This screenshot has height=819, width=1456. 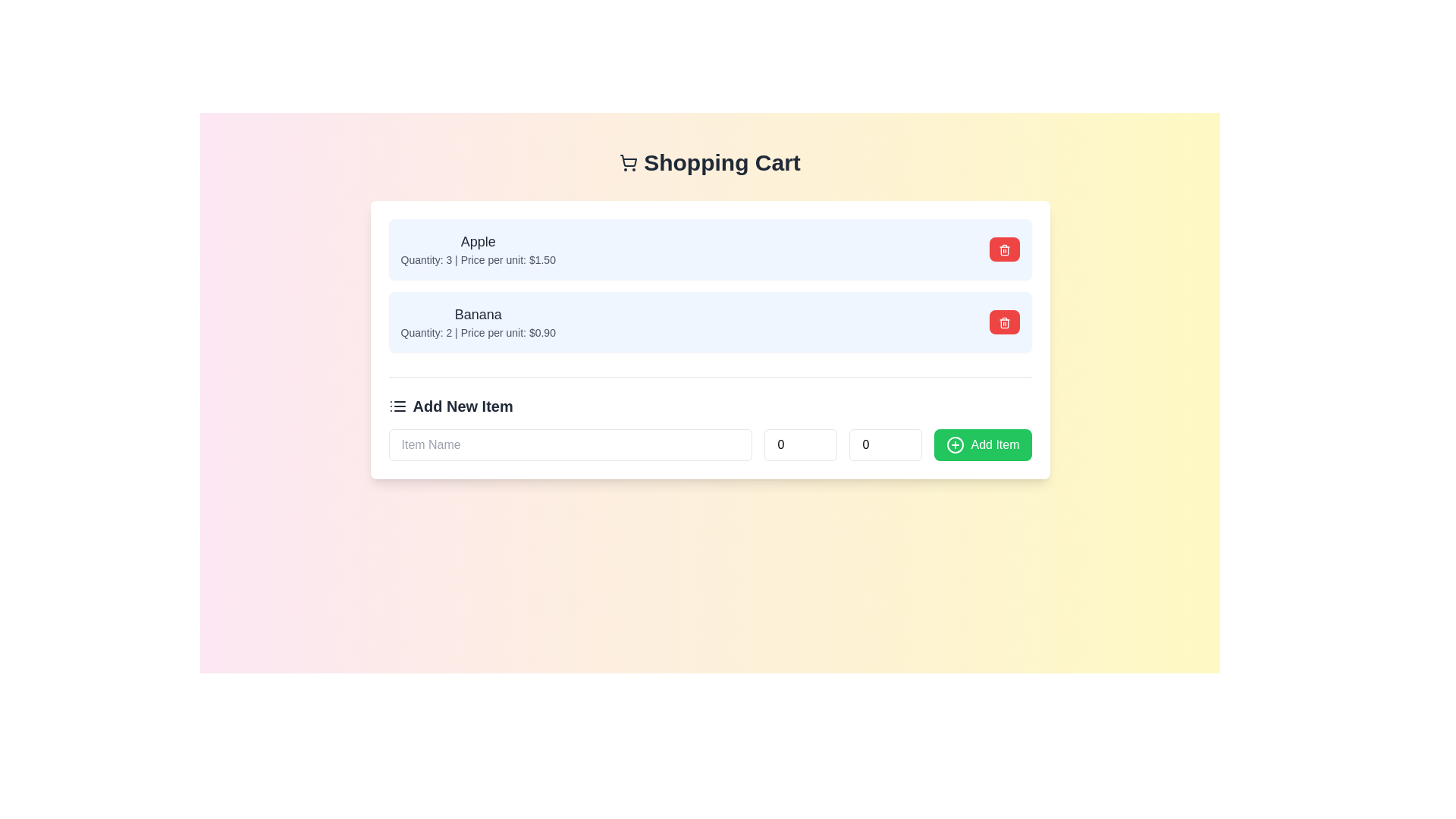 What do you see at coordinates (1004, 248) in the screenshot?
I see `the rounded red delete button with a trash can icon located on the right side of the 'Apple' item in the list` at bounding box center [1004, 248].